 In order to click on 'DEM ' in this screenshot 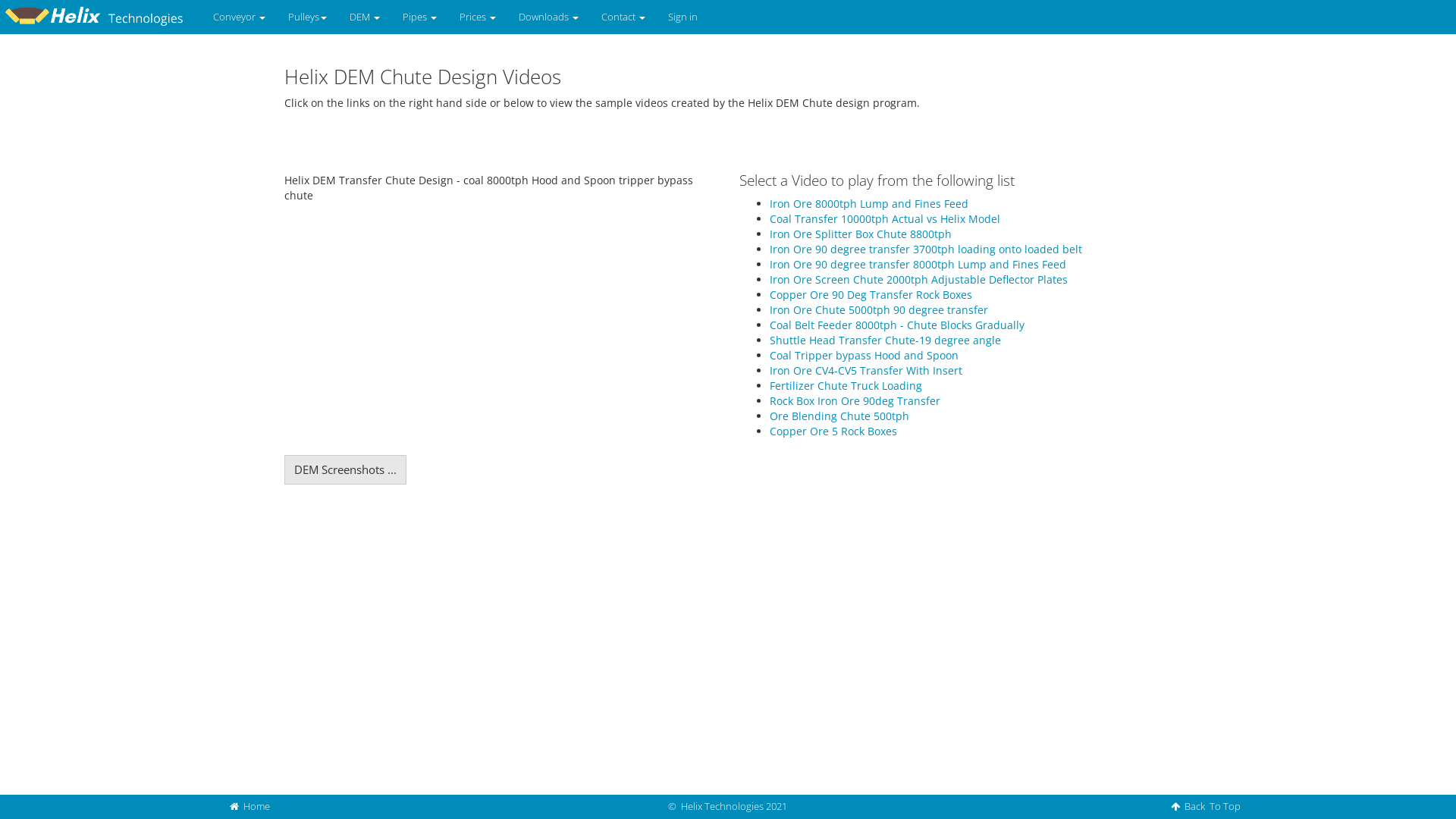, I will do `click(364, 17)`.